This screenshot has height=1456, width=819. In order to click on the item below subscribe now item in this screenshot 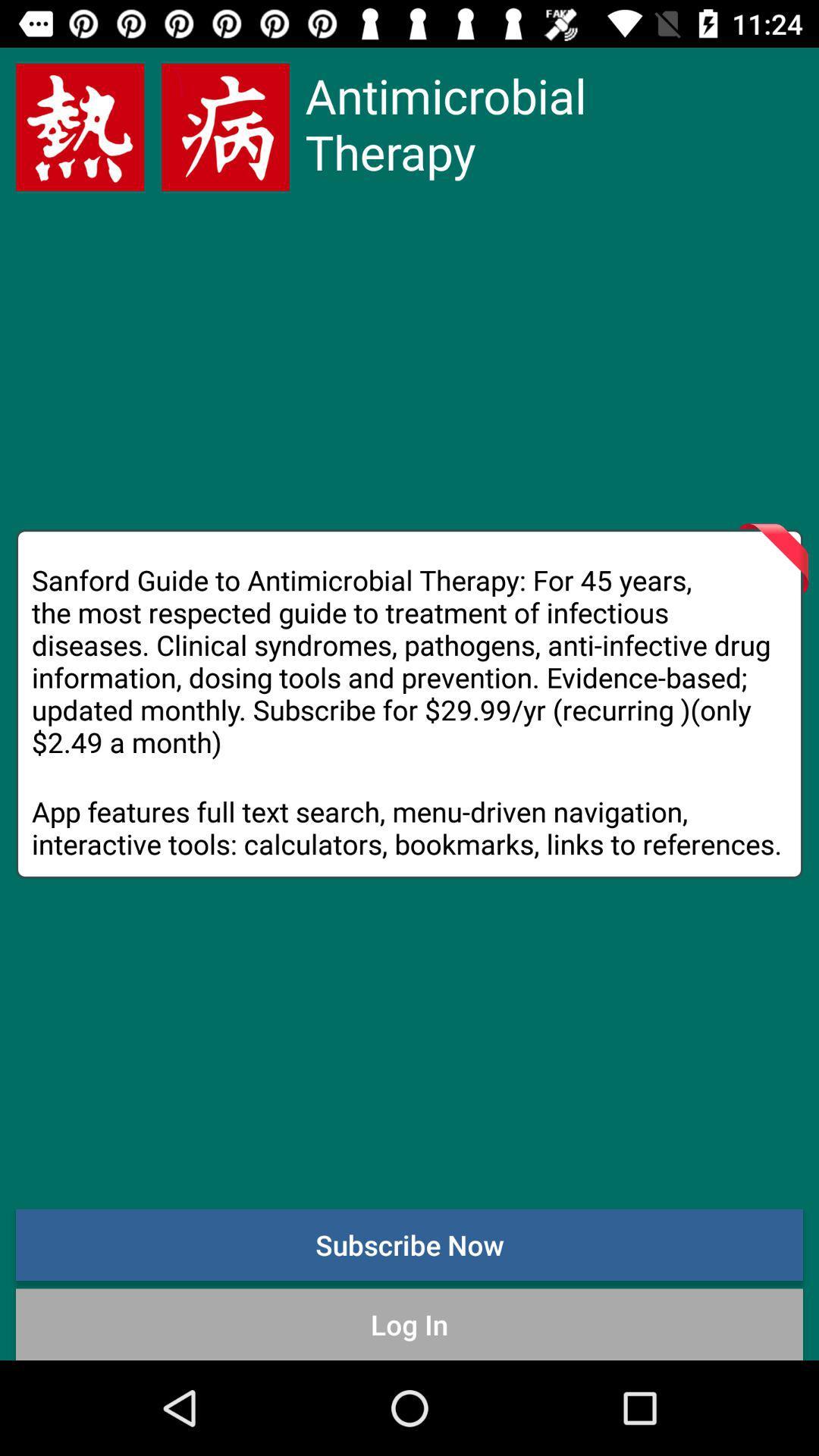, I will do `click(409, 1323)`.